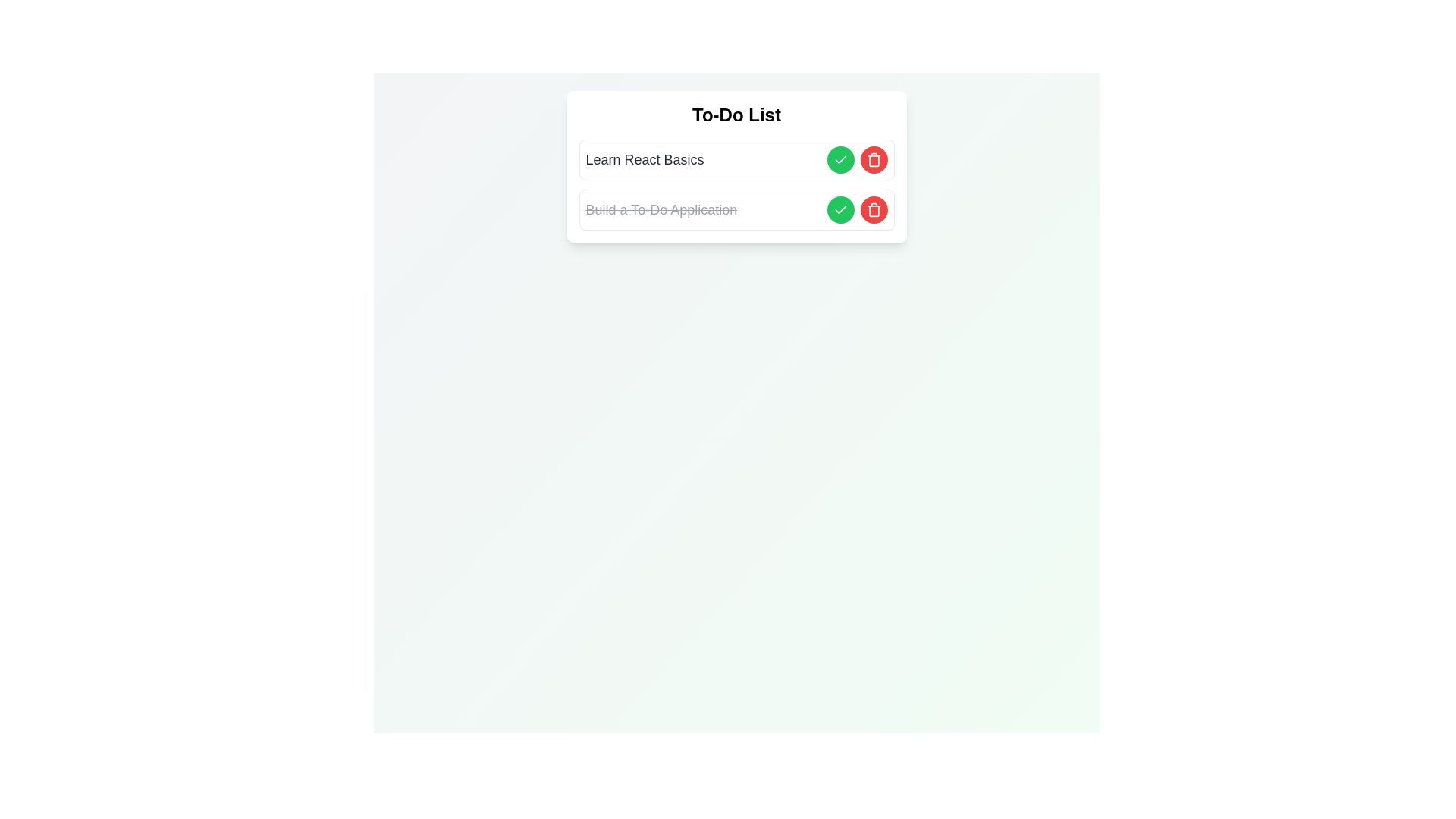 The width and height of the screenshot is (1456, 819). What do you see at coordinates (839, 209) in the screenshot?
I see `the green circular checkmark icon next to 'Learn React Basics' in the first row of the to-do list` at bounding box center [839, 209].